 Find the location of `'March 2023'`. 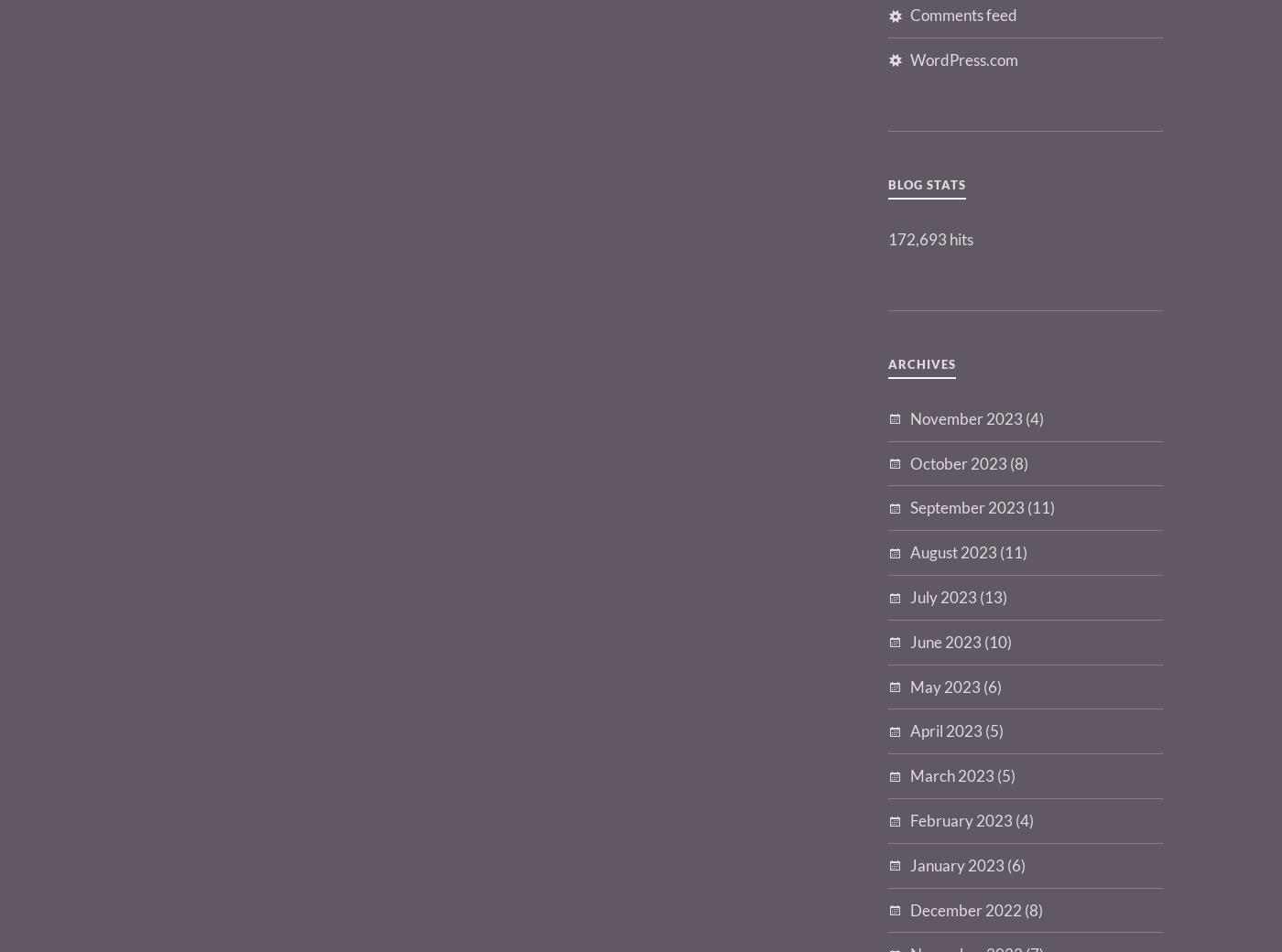

'March 2023' is located at coordinates (952, 774).